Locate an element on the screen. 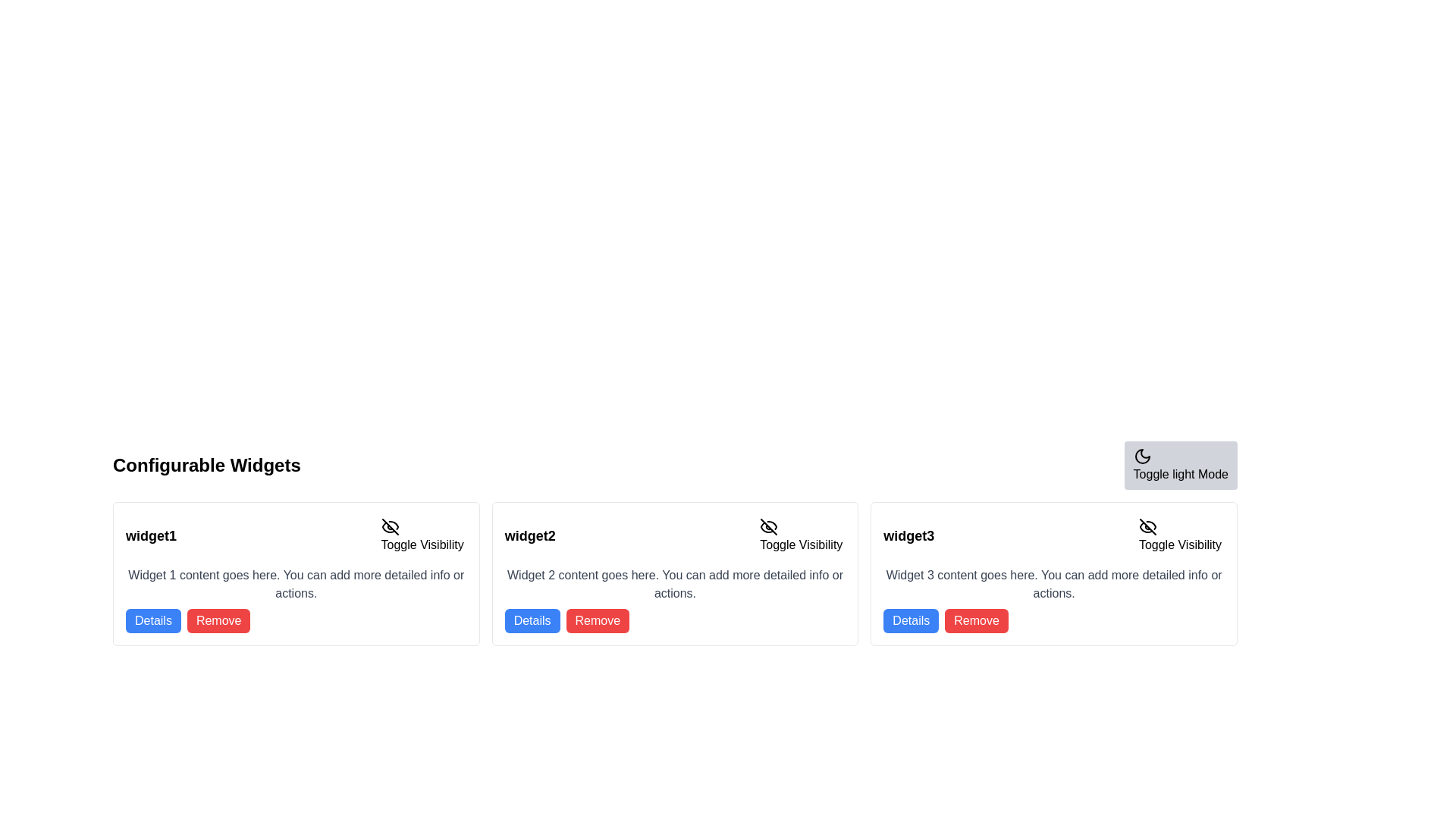 This screenshot has height=819, width=1456. the 'Toggle Visibility' button with an eye icon is located at coordinates (422, 535).